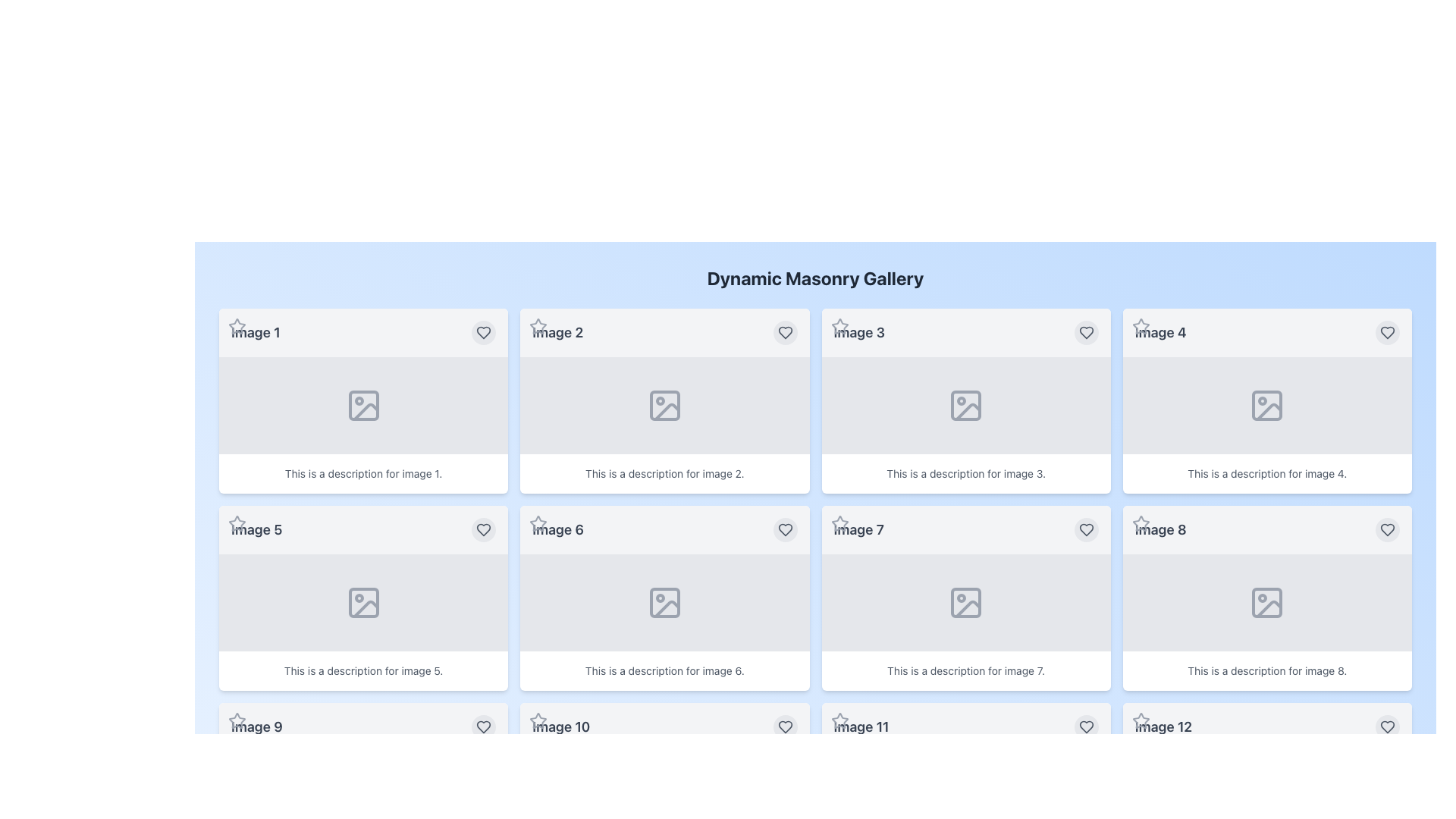 The image size is (1456, 819). I want to click on the heart icon in the bottom-right corner of the card labeled 'Image 10', so click(785, 726).